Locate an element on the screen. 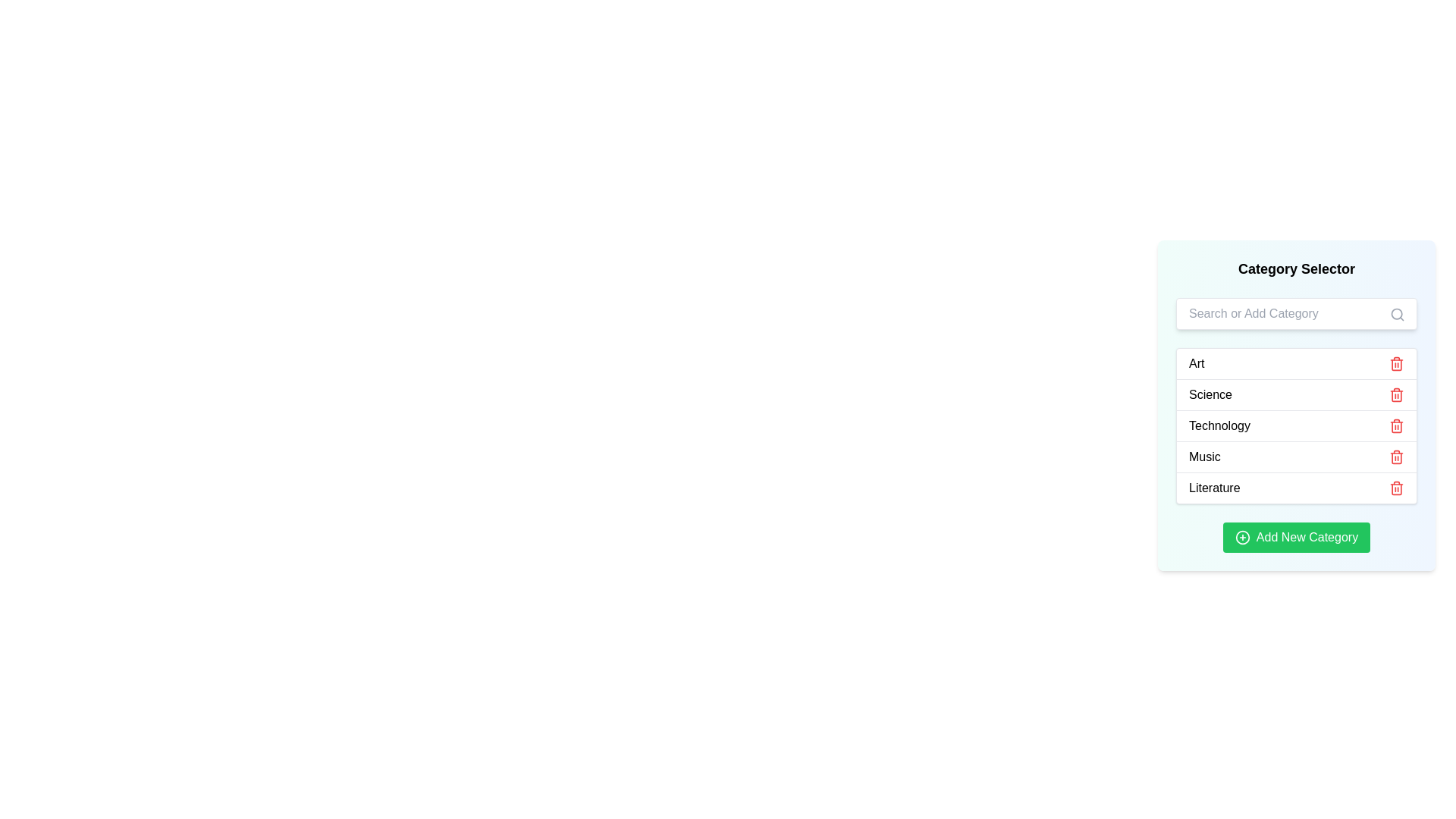 Image resolution: width=1456 pixels, height=819 pixels. the delete icon button for the 'Art' category, located to the far right of the category selector list, to change its color is located at coordinates (1396, 363).